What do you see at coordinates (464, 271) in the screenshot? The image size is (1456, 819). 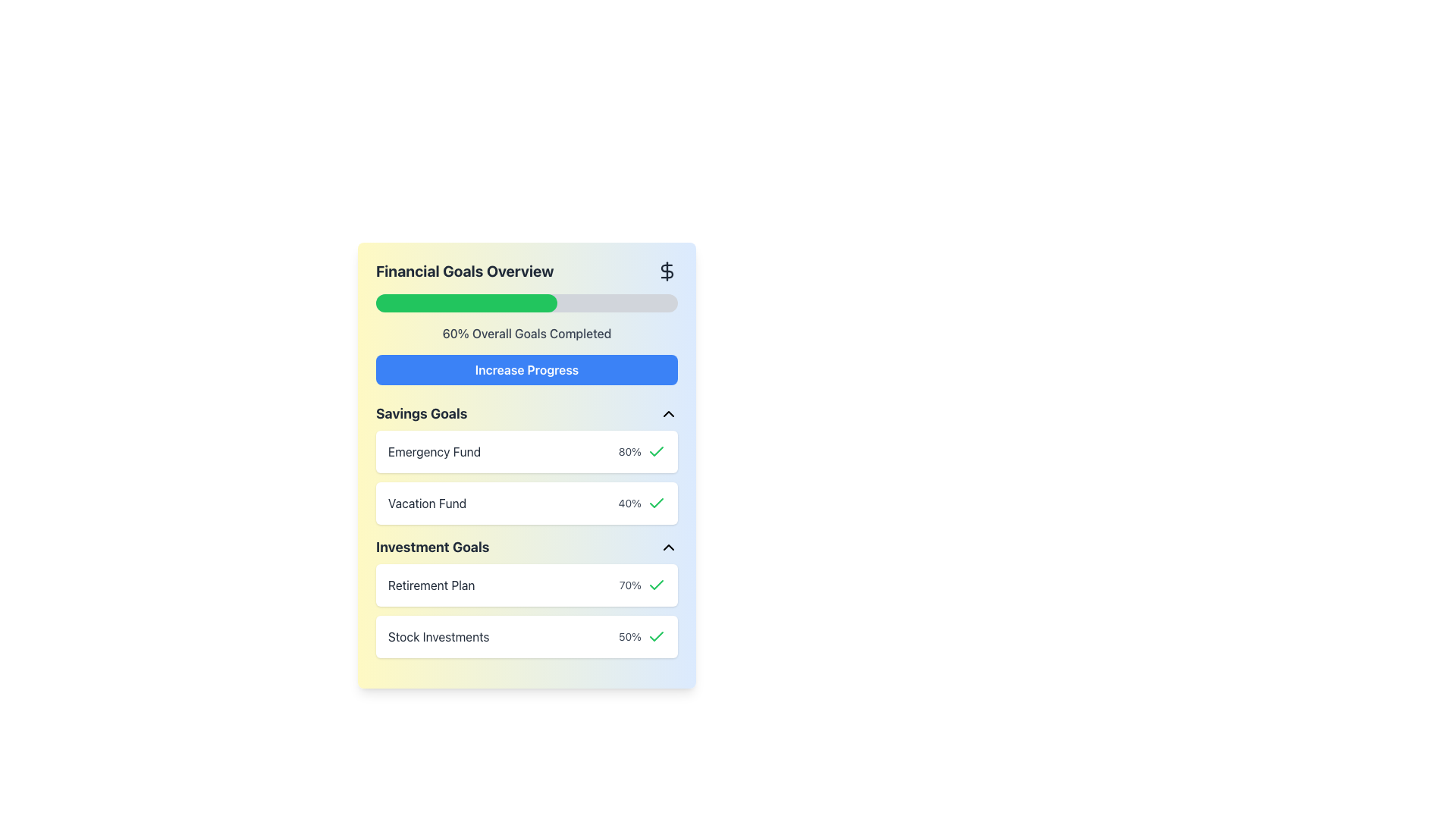 I see `the text label that serves as the title for the financial goals section, located at the topmost section of the interface` at bounding box center [464, 271].